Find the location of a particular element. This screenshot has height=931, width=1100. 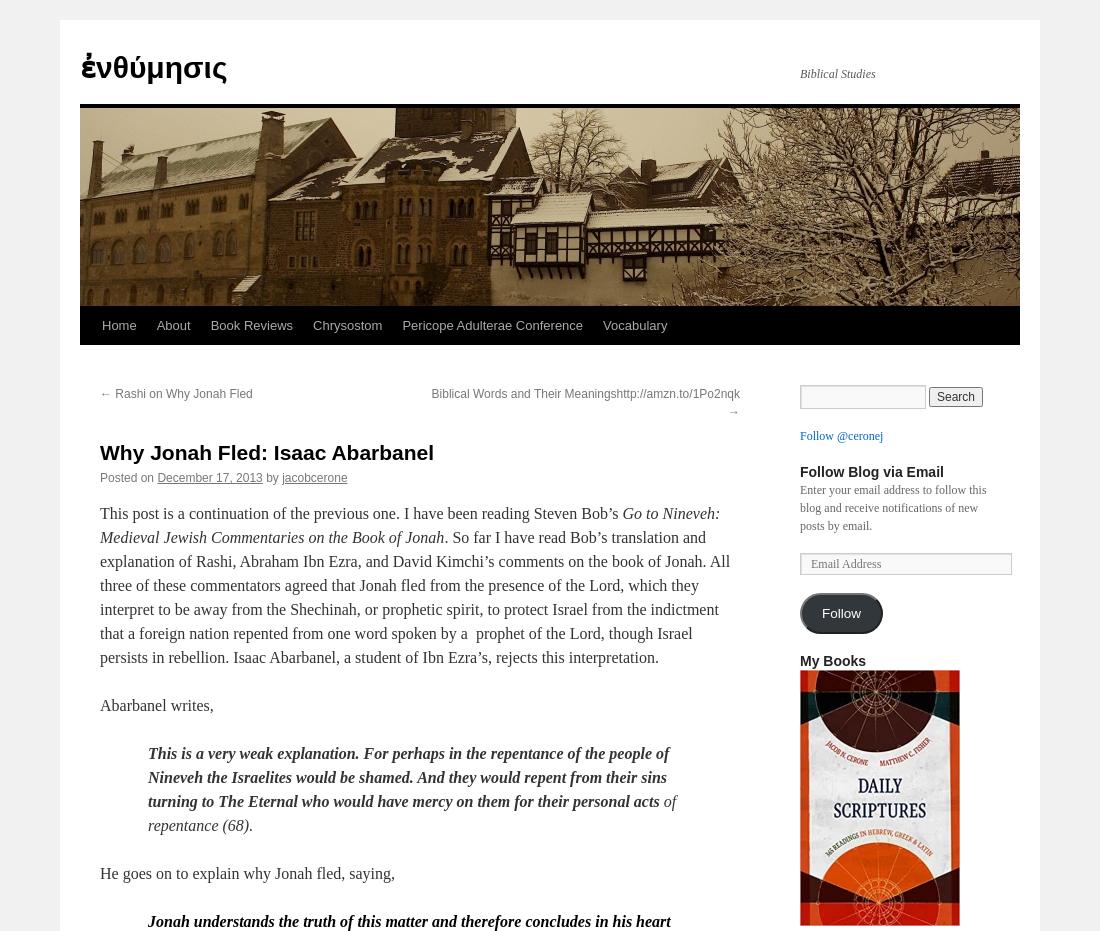

'of repentance (68).' is located at coordinates (146, 812).